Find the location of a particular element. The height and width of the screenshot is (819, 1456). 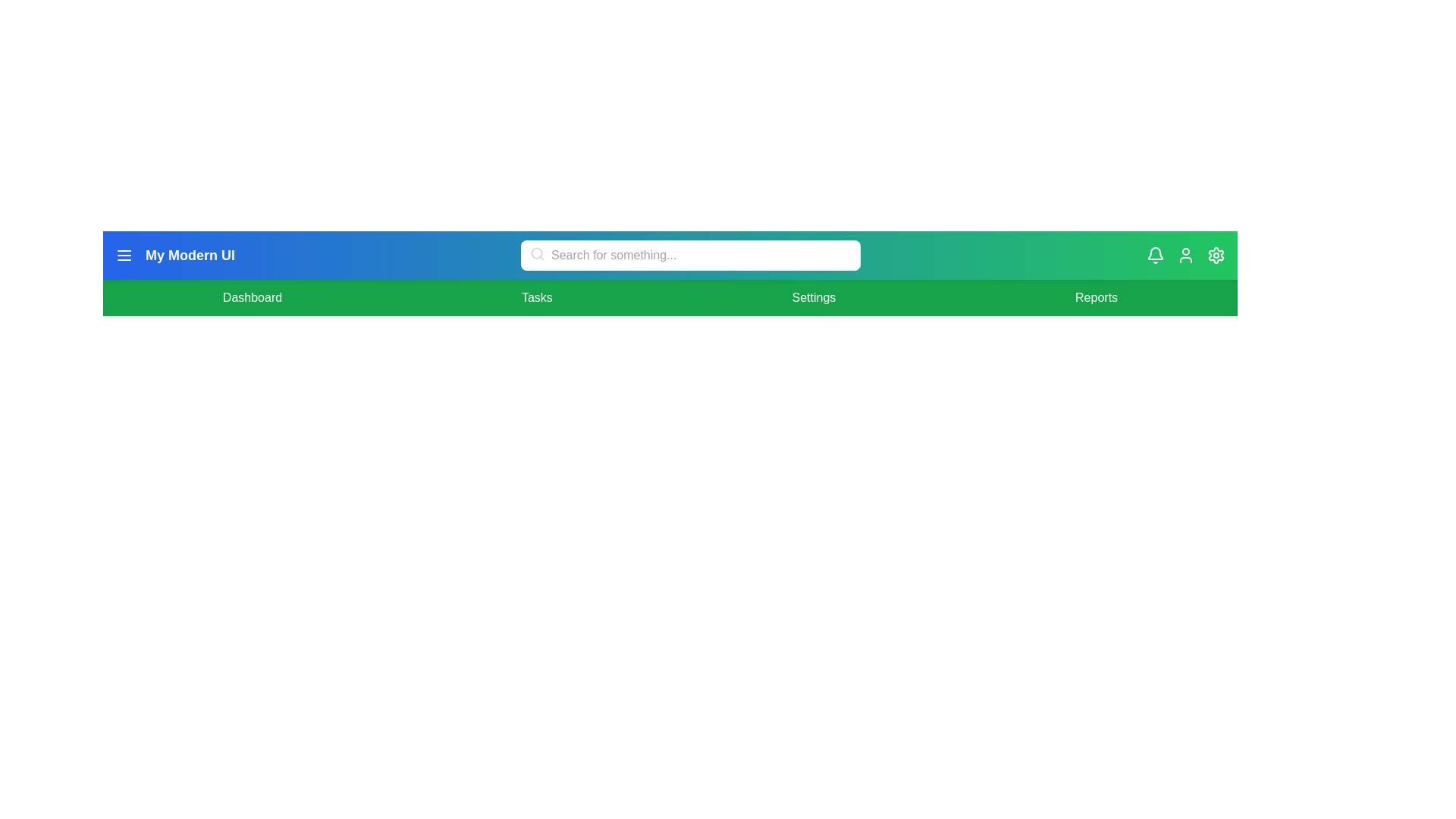

the menu item Settings to navigate to the corresponding section is located at coordinates (813, 298).